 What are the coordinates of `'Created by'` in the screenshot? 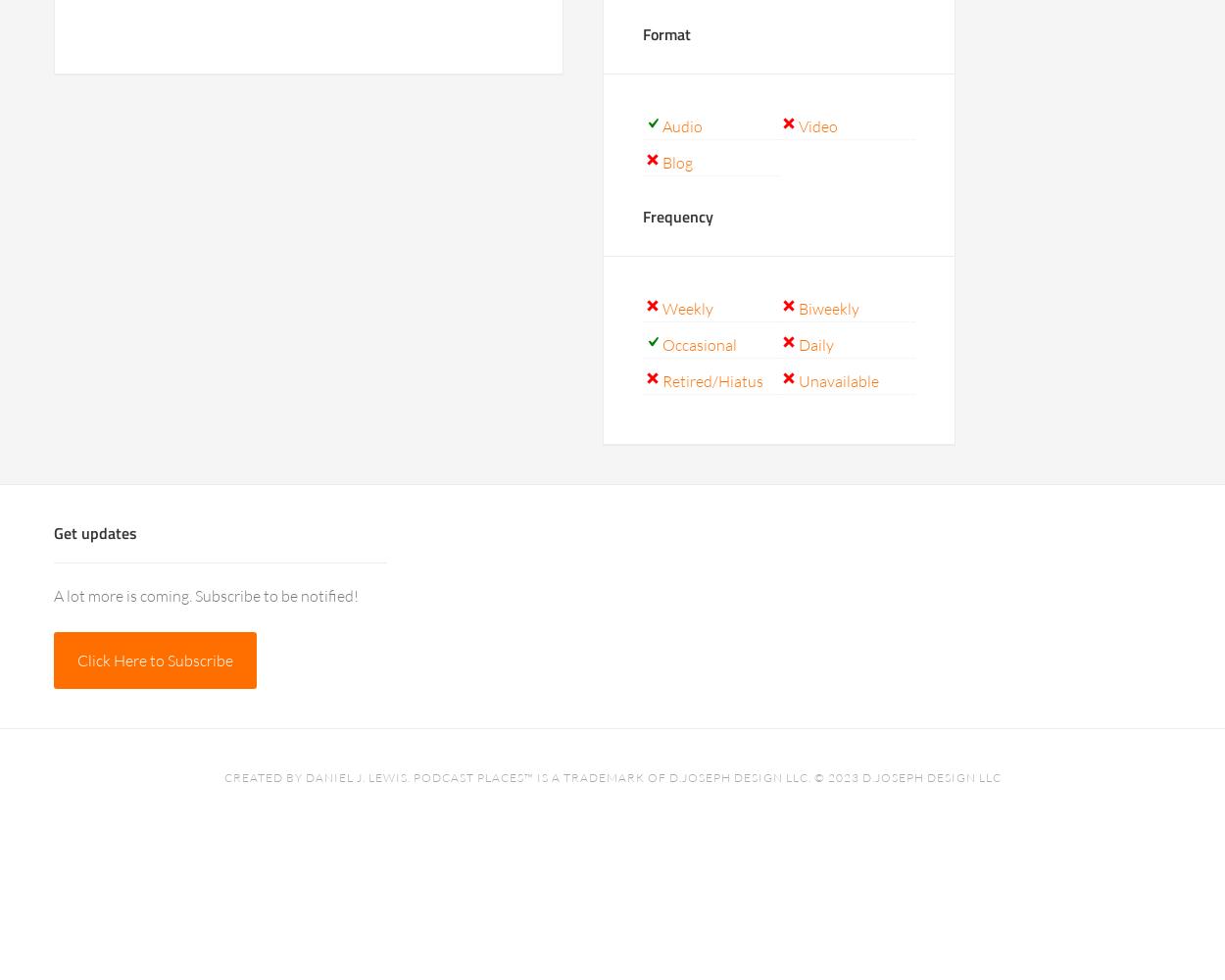 It's located at (264, 777).